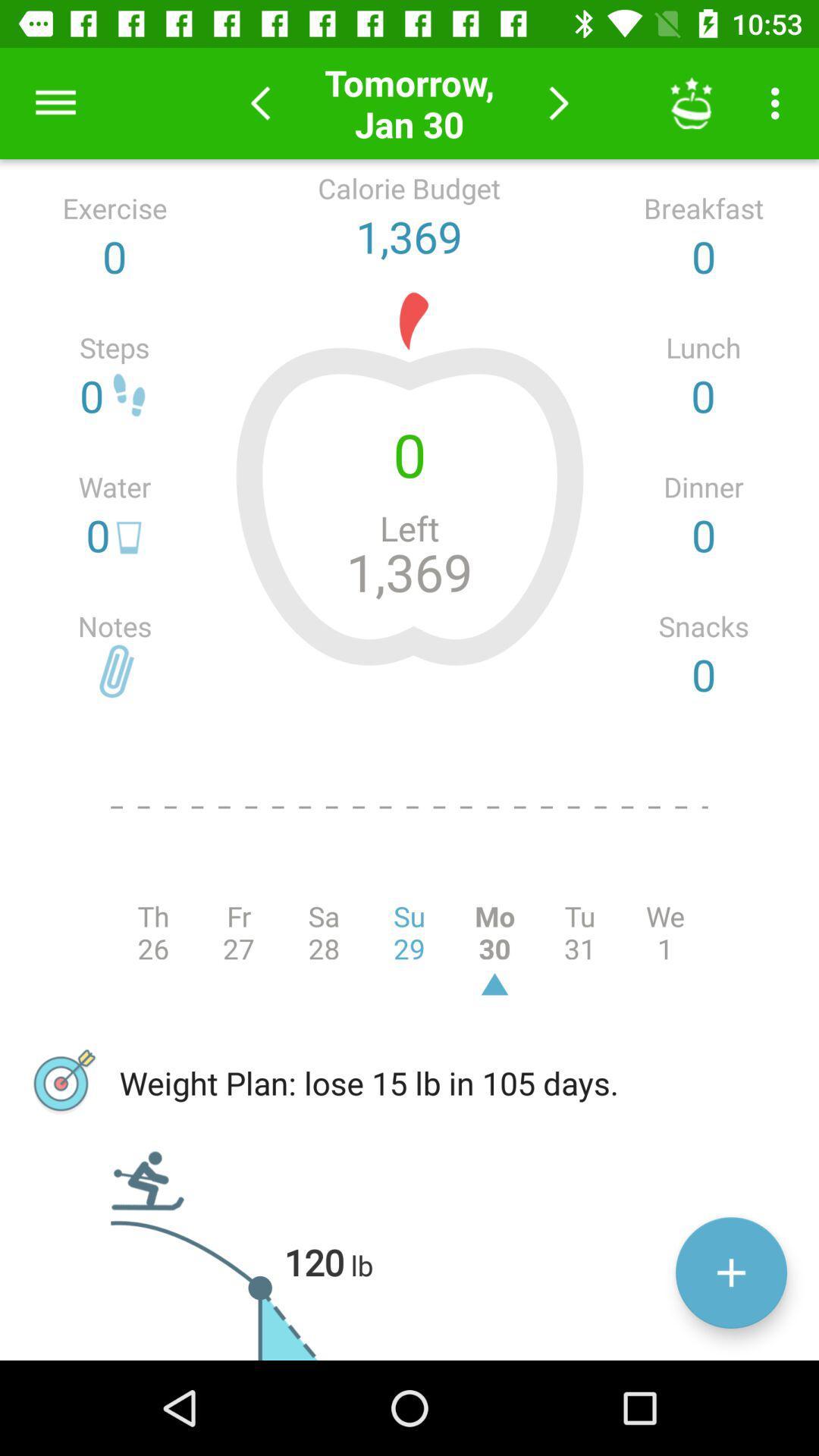 The width and height of the screenshot is (819, 1456). I want to click on data, so click(730, 1272).